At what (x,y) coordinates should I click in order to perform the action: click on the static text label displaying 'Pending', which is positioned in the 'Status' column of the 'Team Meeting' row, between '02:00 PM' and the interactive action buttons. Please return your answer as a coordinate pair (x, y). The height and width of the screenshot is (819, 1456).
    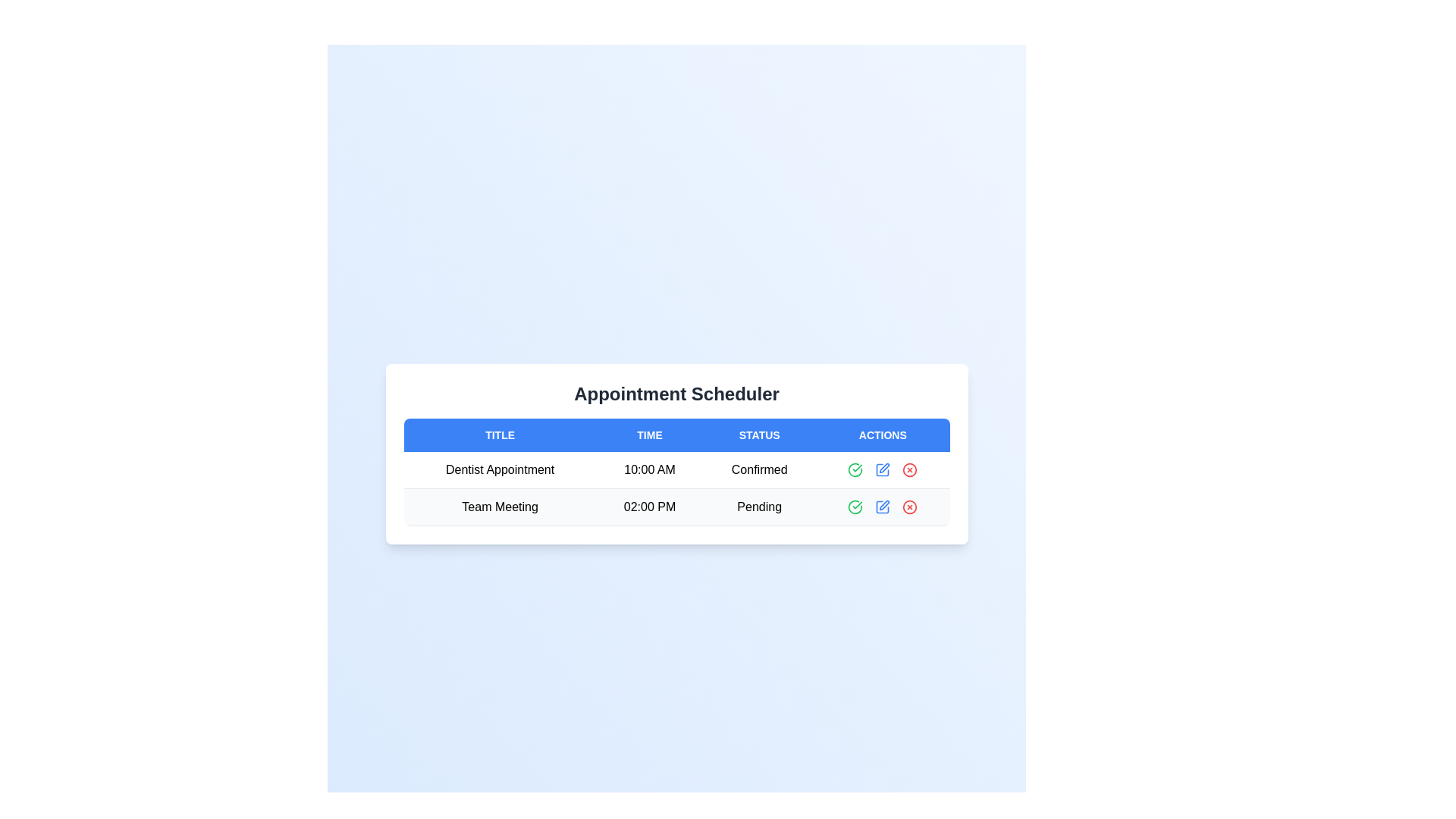
    Looking at the image, I should click on (759, 507).